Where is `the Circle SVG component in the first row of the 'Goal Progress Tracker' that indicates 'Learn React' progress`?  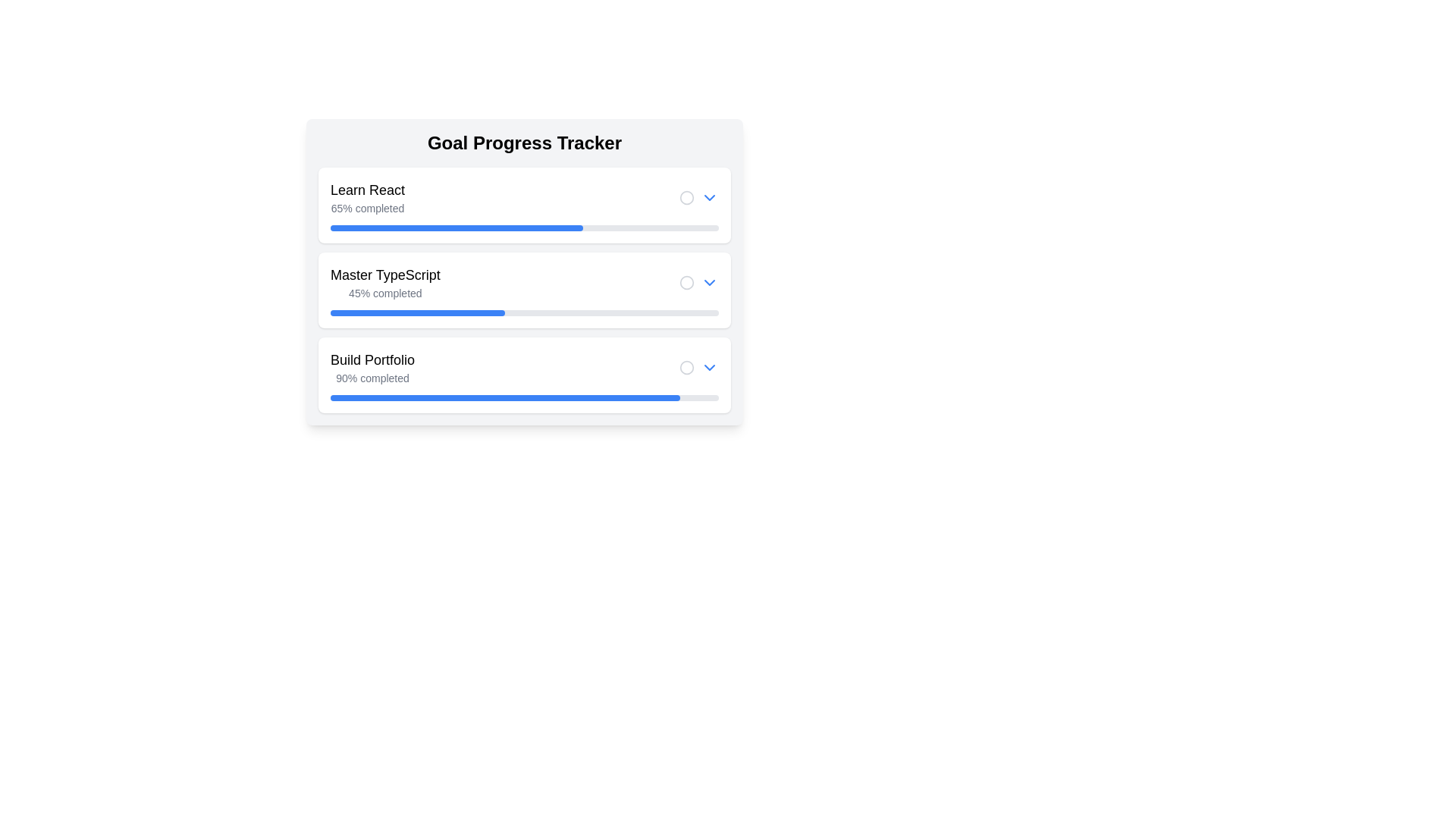
the Circle SVG component in the first row of the 'Goal Progress Tracker' that indicates 'Learn React' progress is located at coordinates (686, 197).